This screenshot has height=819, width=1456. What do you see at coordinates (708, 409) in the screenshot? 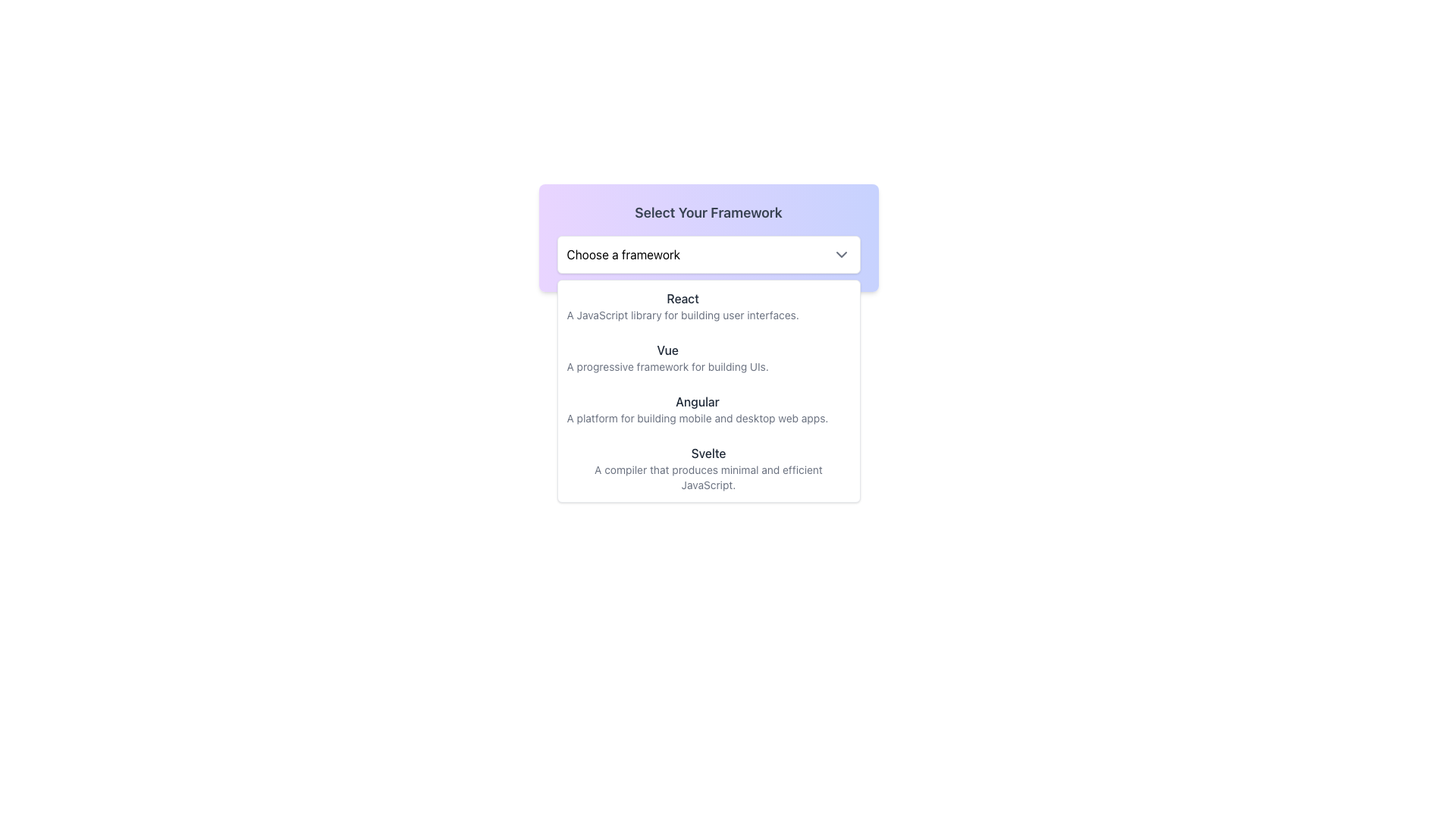
I see `the third item in the dropdown menu titled 'Angular'` at bounding box center [708, 409].